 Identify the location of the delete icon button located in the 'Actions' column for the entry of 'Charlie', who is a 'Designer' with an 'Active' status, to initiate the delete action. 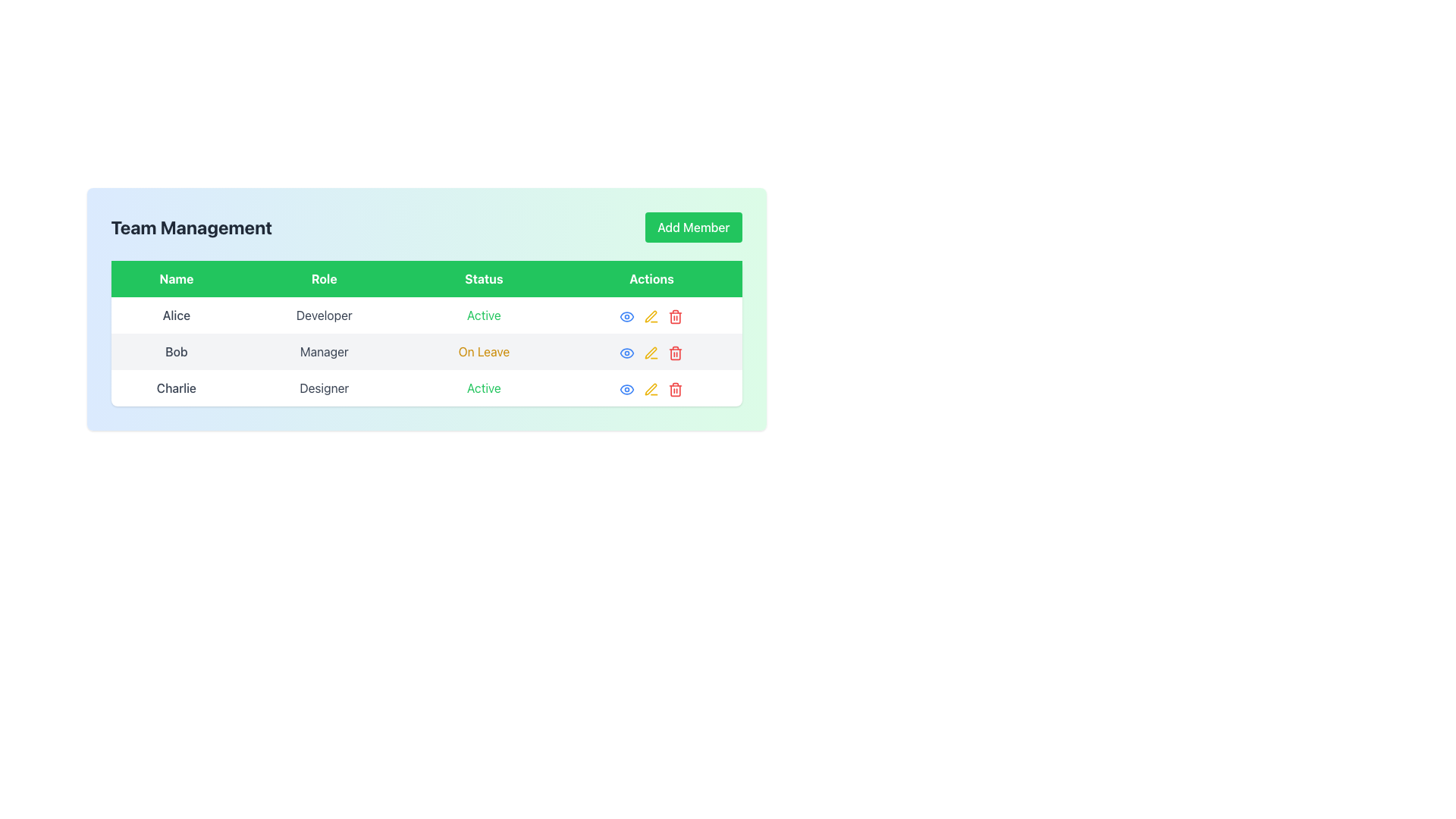
(675, 388).